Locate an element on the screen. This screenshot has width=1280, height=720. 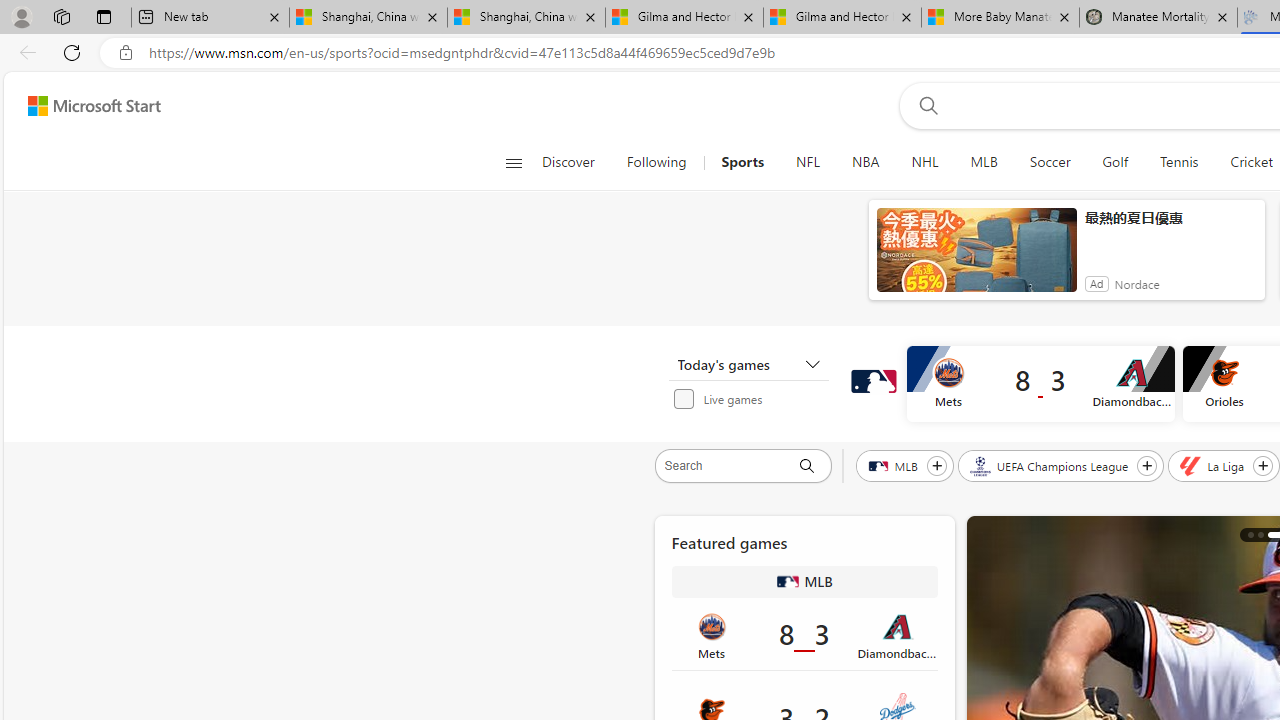
'Follow MLB' is located at coordinates (935, 465).